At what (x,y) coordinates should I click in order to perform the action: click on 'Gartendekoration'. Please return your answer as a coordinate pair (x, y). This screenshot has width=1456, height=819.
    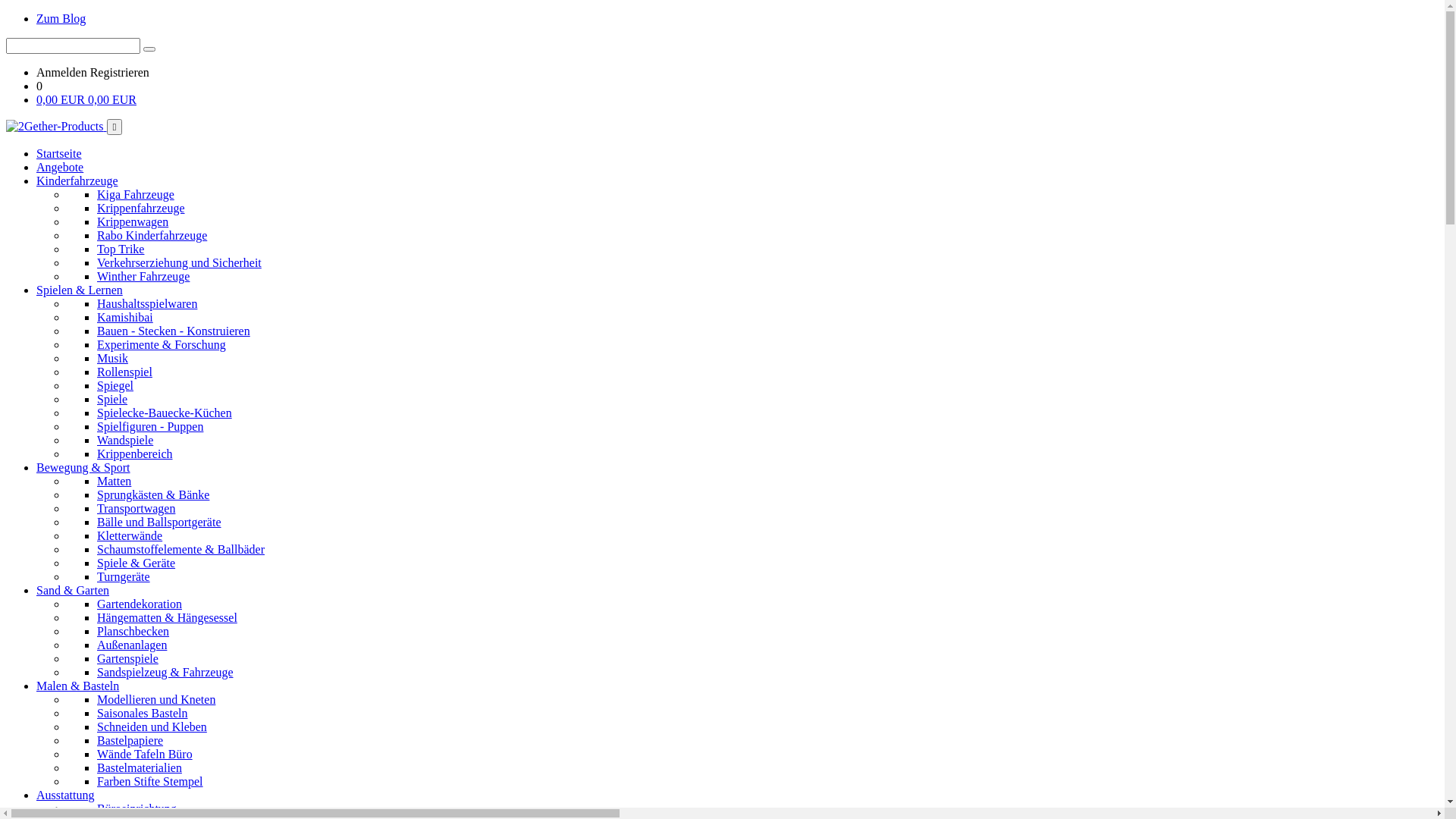
    Looking at the image, I should click on (139, 603).